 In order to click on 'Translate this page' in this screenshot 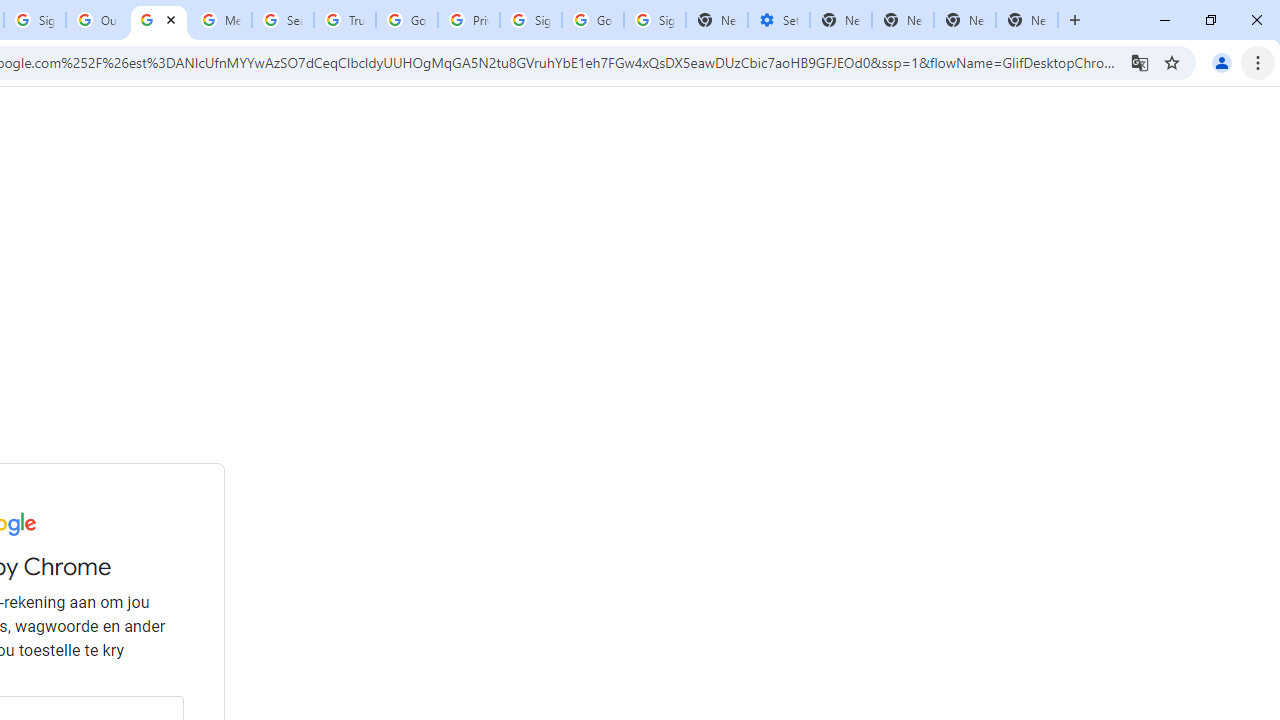, I will do `click(1139, 61)`.